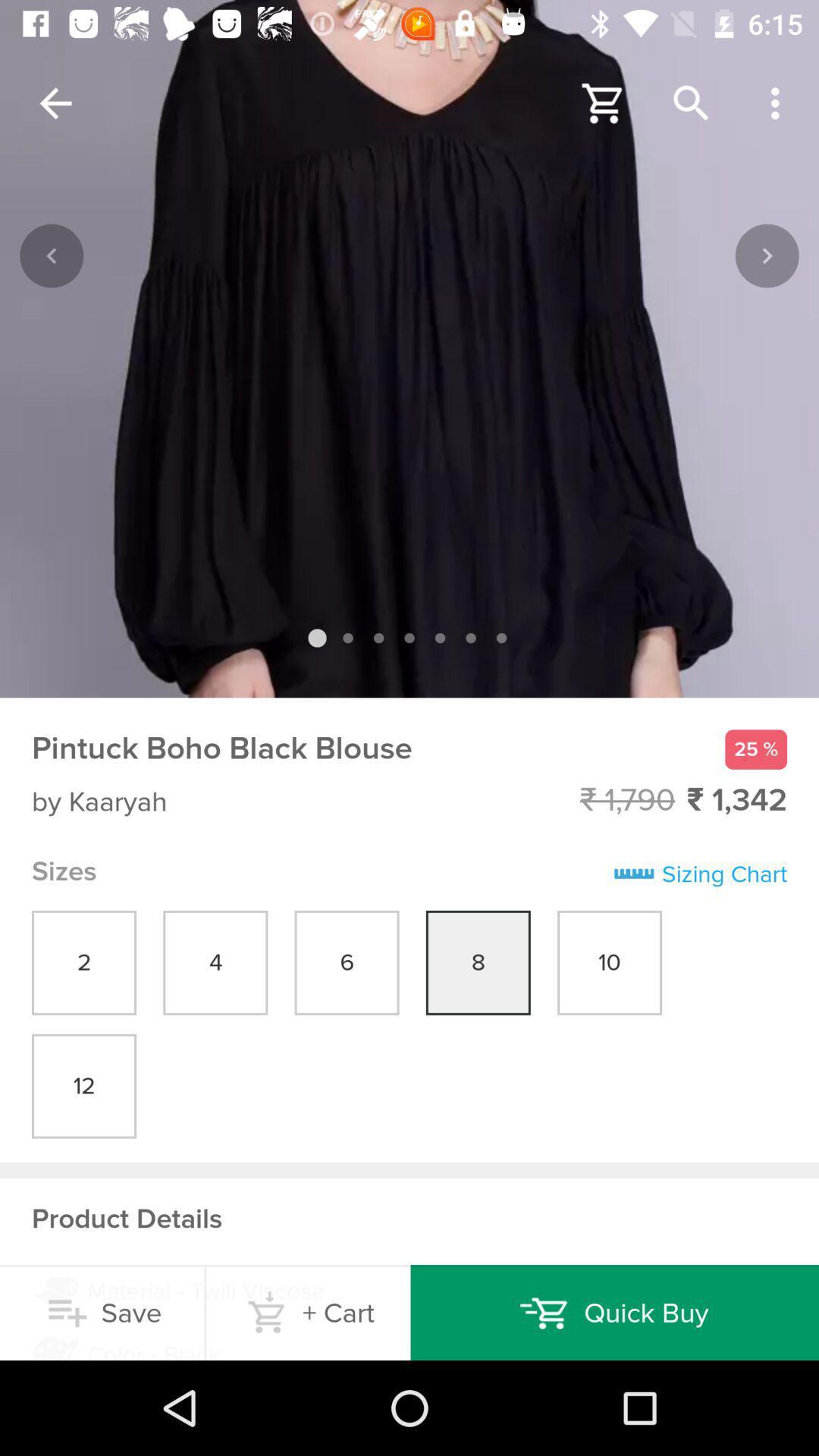 The width and height of the screenshot is (819, 1456). Describe the element at coordinates (634, 874) in the screenshot. I see `symbol beside sizing chart` at that location.